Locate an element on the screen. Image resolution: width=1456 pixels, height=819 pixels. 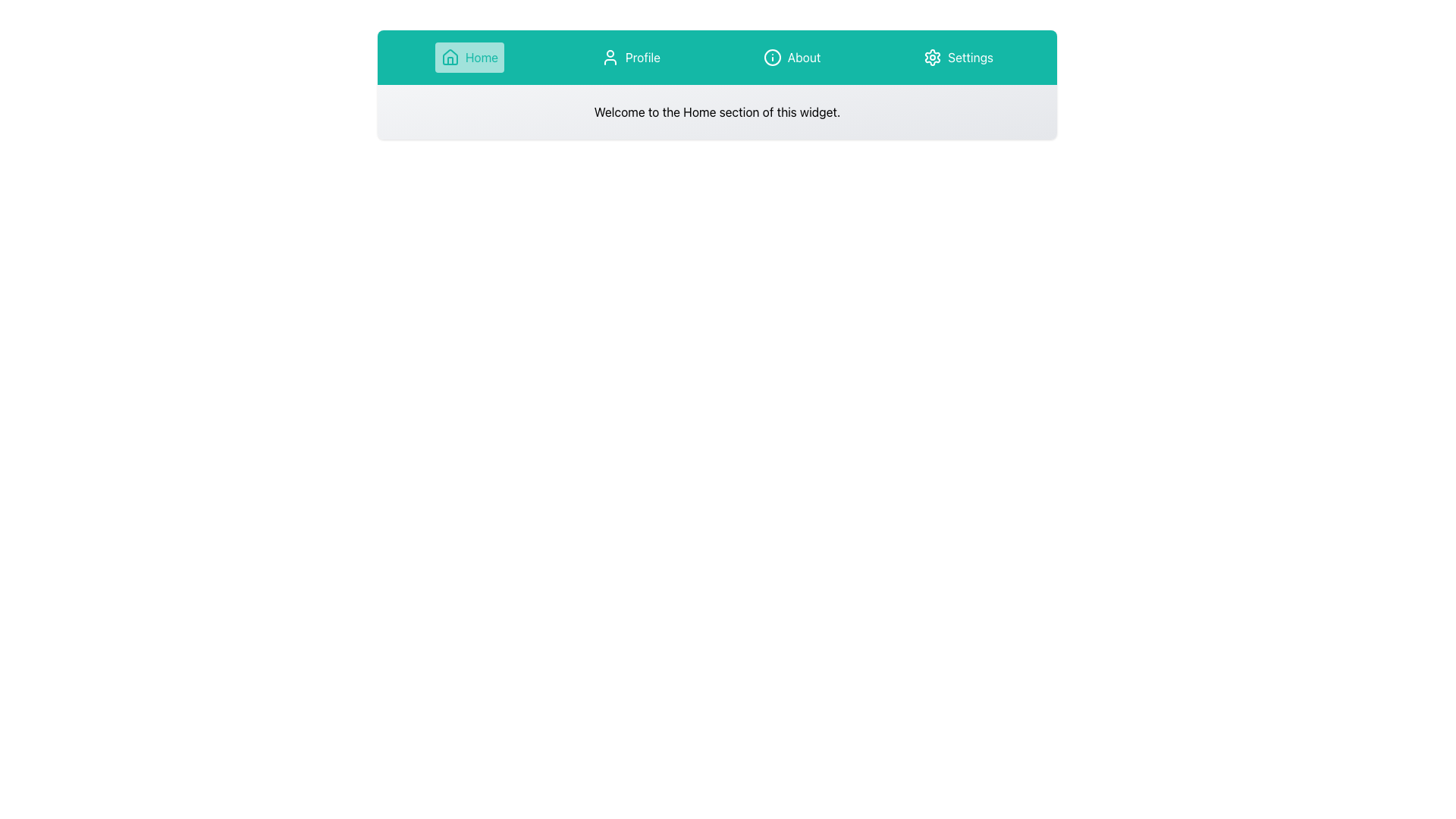
one of the navigation items in the Navigation bar located at the top of the interface is located at coordinates (716, 57).